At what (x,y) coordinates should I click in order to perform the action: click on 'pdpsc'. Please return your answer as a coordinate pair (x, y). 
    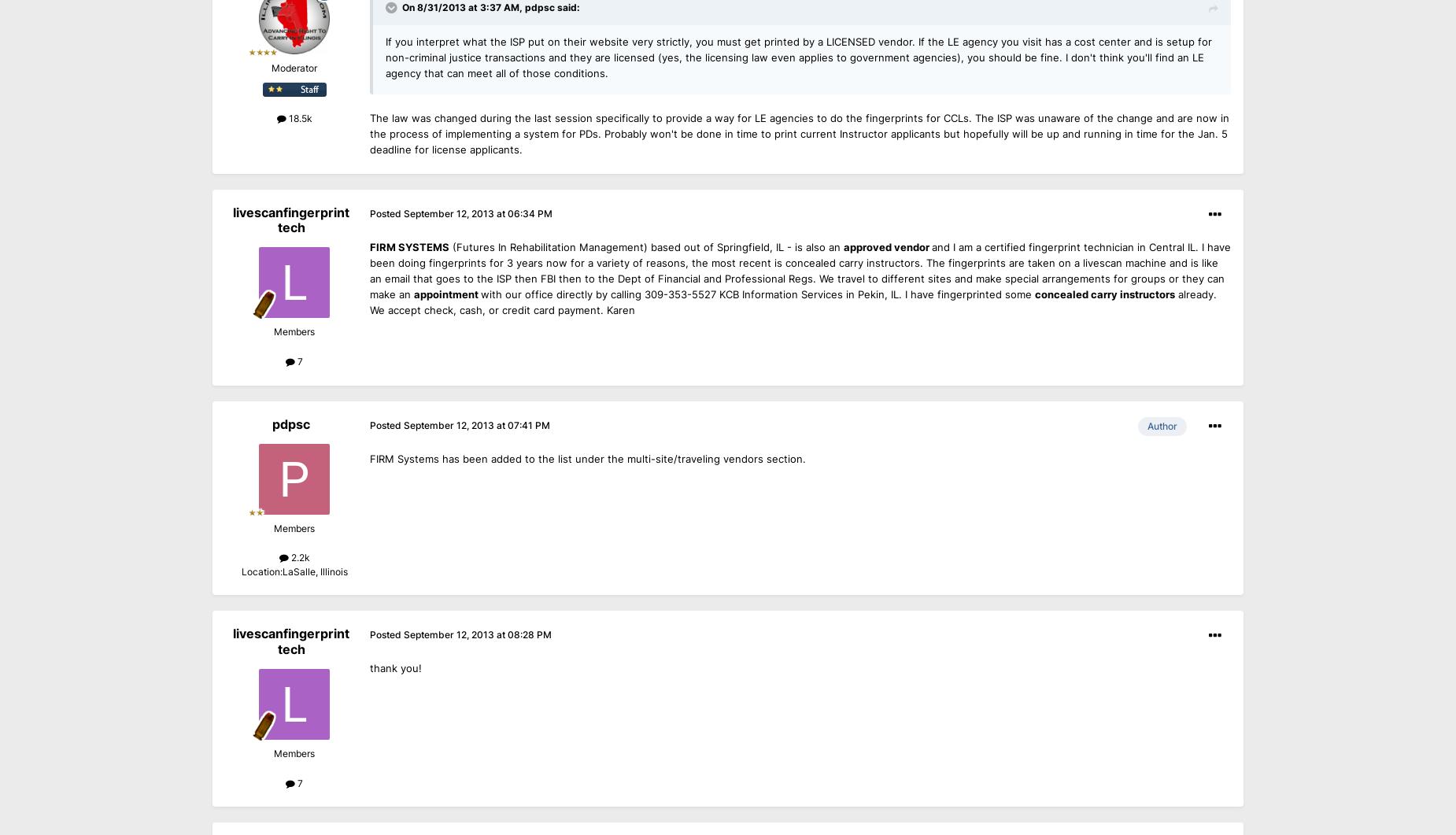
    Looking at the image, I should click on (290, 423).